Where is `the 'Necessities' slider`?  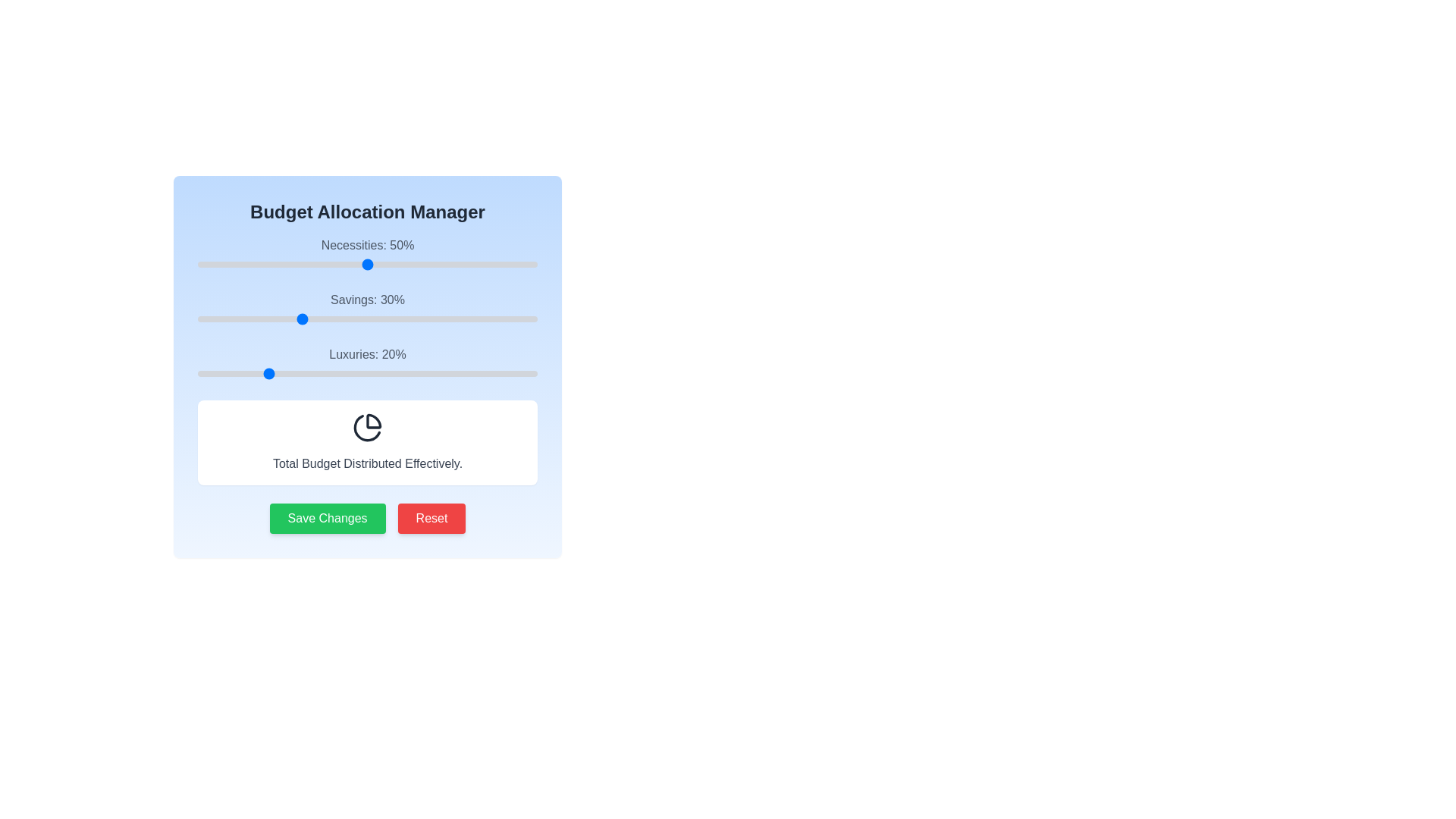 the 'Necessities' slider is located at coordinates (517, 263).